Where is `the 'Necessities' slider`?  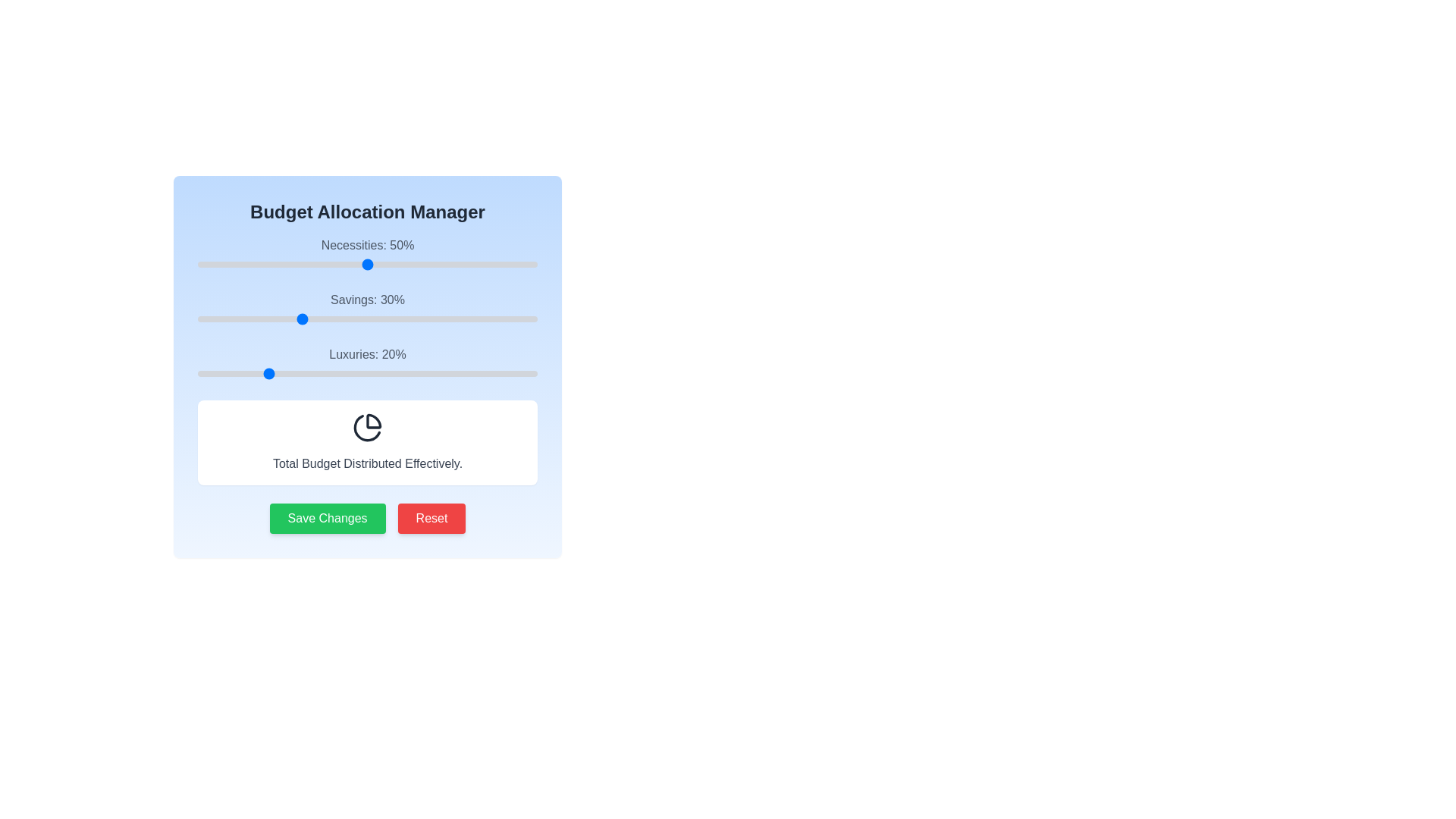 the 'Necessities' slider is located at coordinates (517, 263).